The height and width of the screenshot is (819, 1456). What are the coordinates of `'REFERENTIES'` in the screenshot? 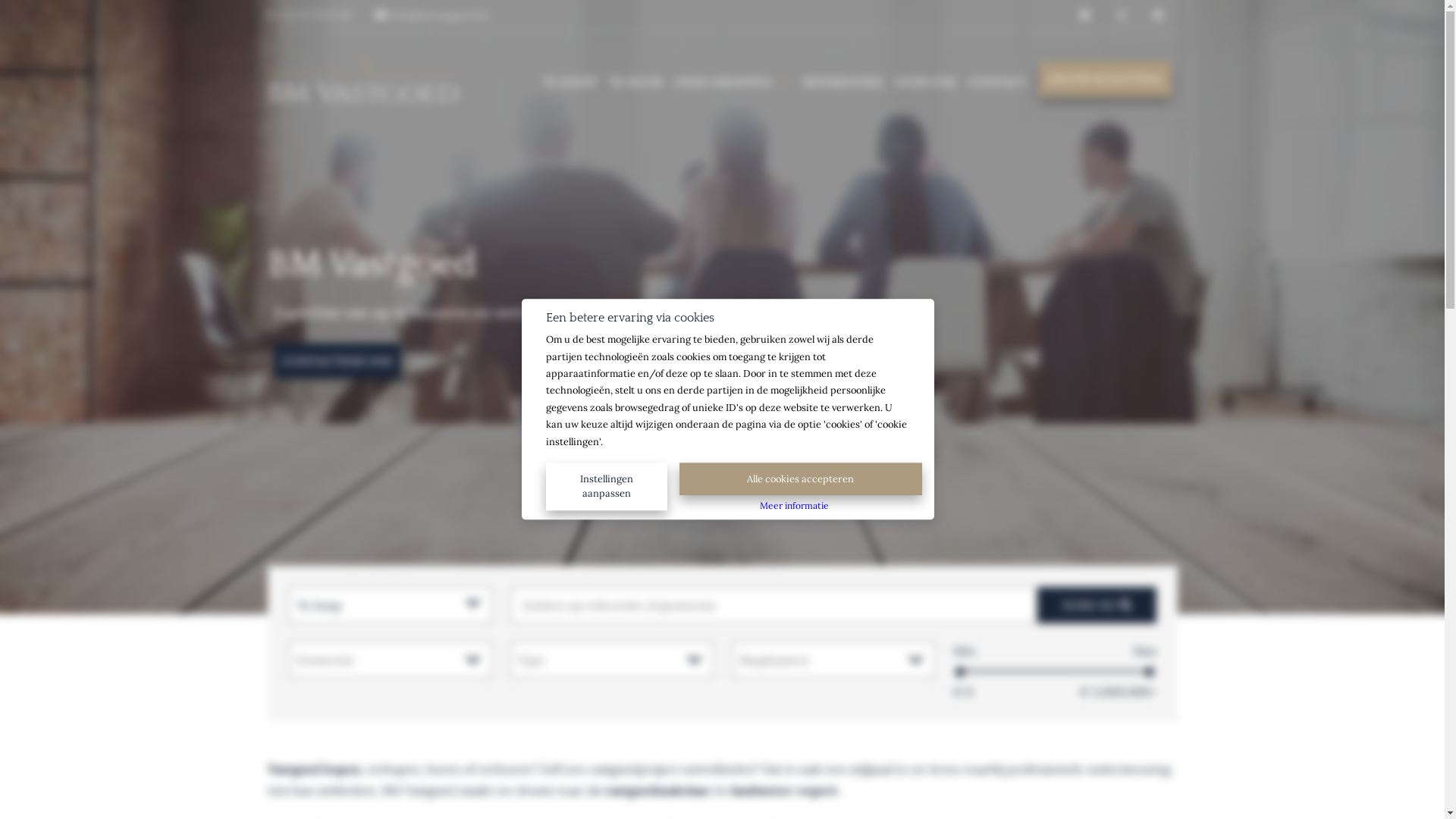 It's located at (842, 80).